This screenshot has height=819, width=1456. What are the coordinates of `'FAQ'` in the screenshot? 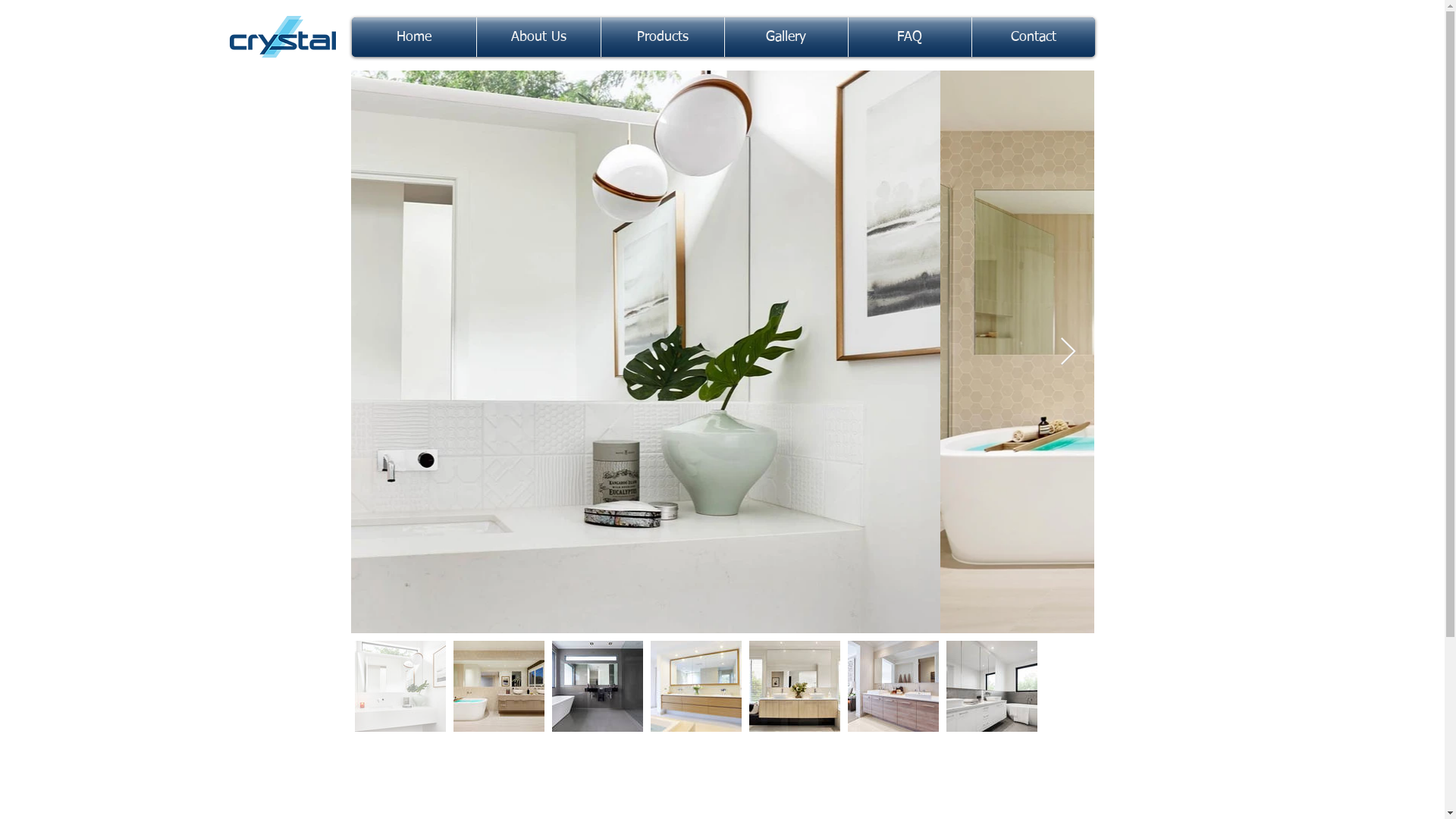 It's located at (909, 36).